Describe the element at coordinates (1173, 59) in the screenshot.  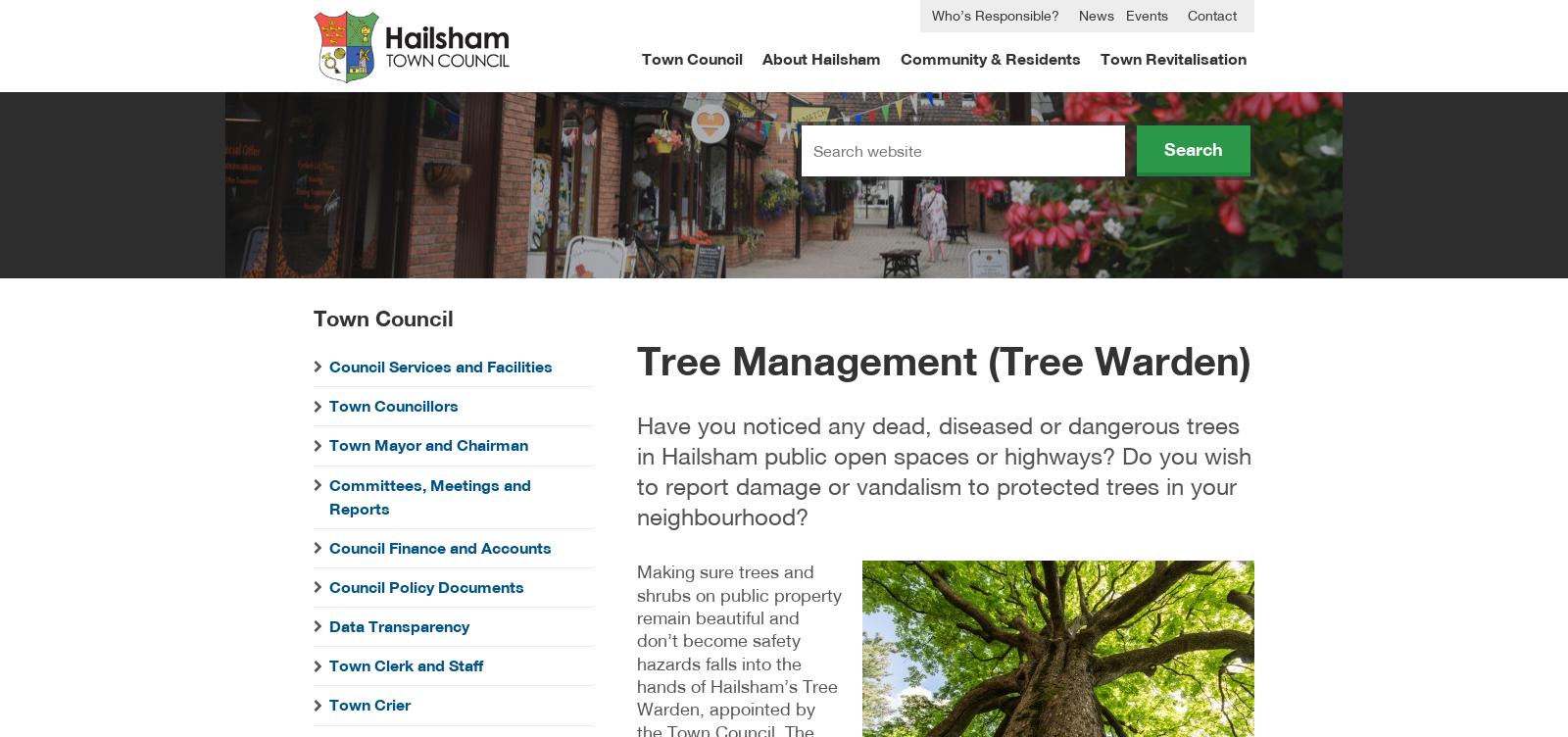
I see `'Town Revitalisation'` at that location.